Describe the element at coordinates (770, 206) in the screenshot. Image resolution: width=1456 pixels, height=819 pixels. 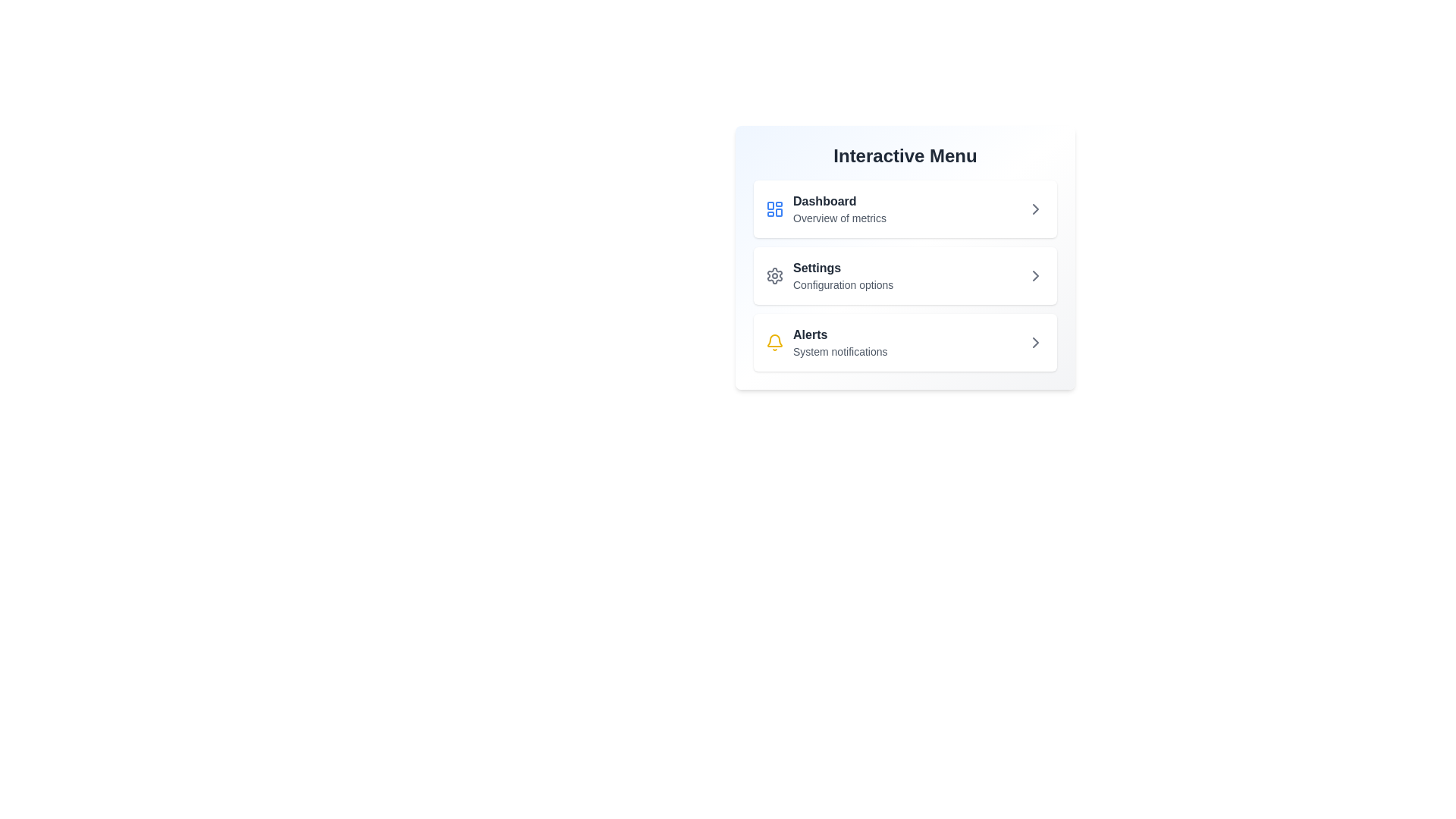
I see `the small rectangular graphic element with rounded edges located in the upper-left corner of the 'Dashboard' button's icon` at that location.